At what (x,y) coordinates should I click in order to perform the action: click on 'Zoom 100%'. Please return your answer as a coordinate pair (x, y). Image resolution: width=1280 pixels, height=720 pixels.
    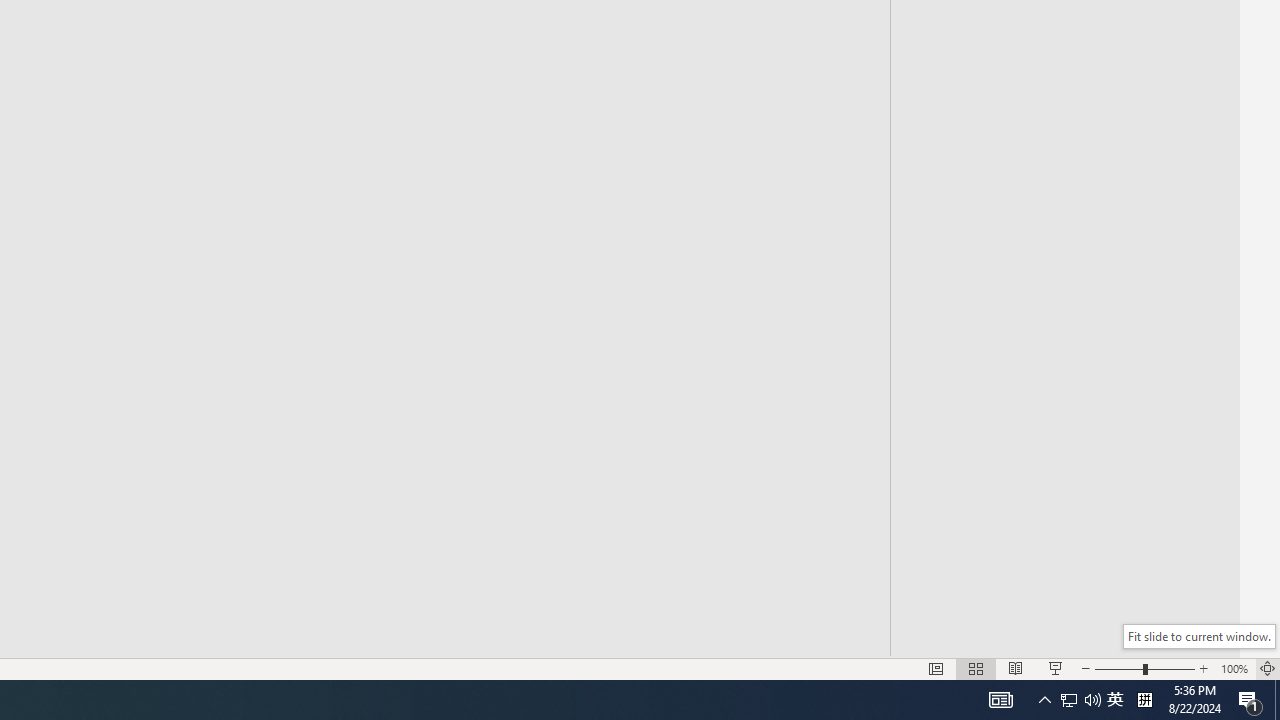
    Looking at the image, I should click on (1233, 669).